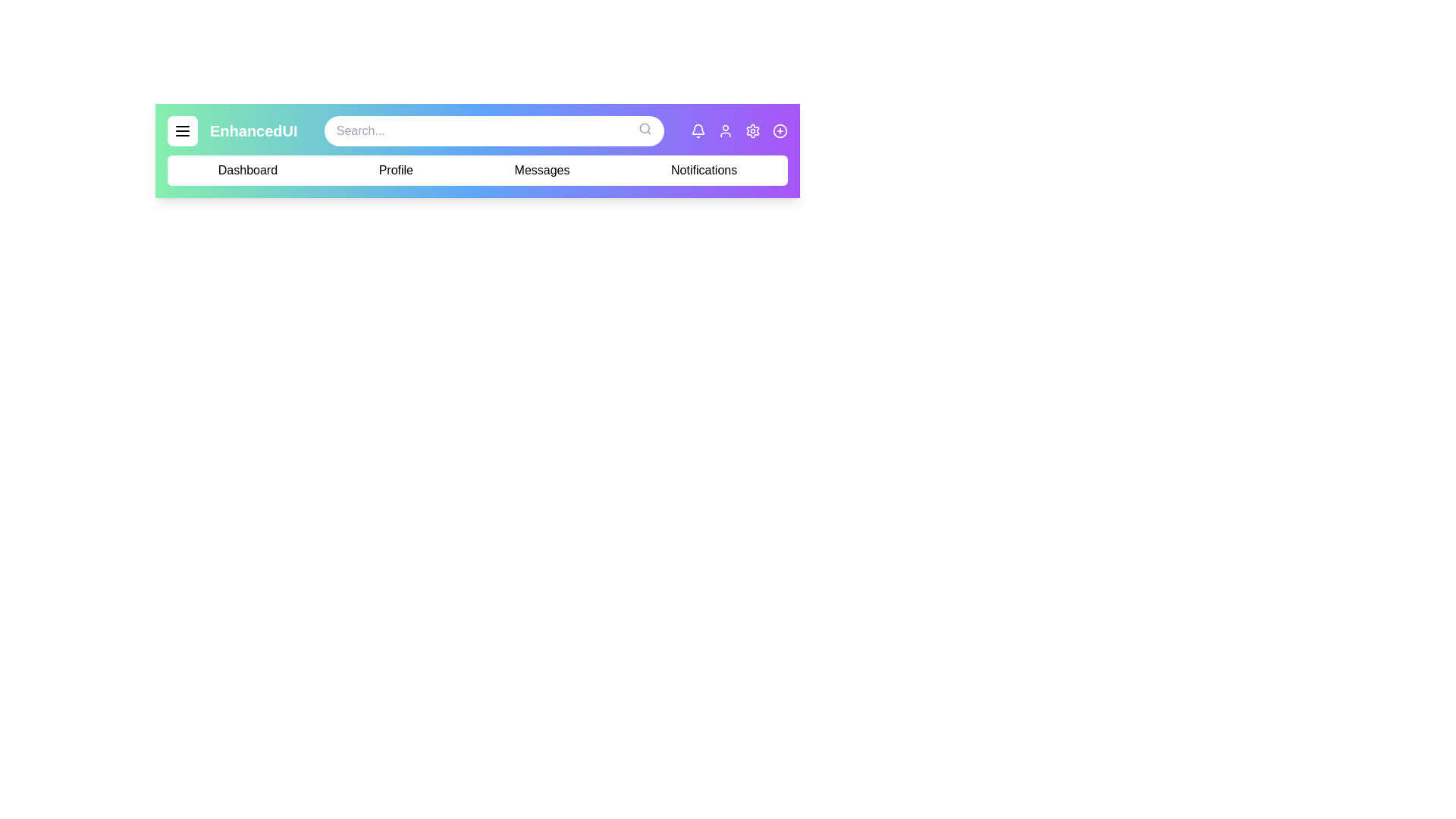 The width and height of the screenshot is (1456, 819). What do you see at coordinates (396, 170) in the screenshot?
I see `the menu item Profile from the navigation bar` at bounding box center [396, 170].